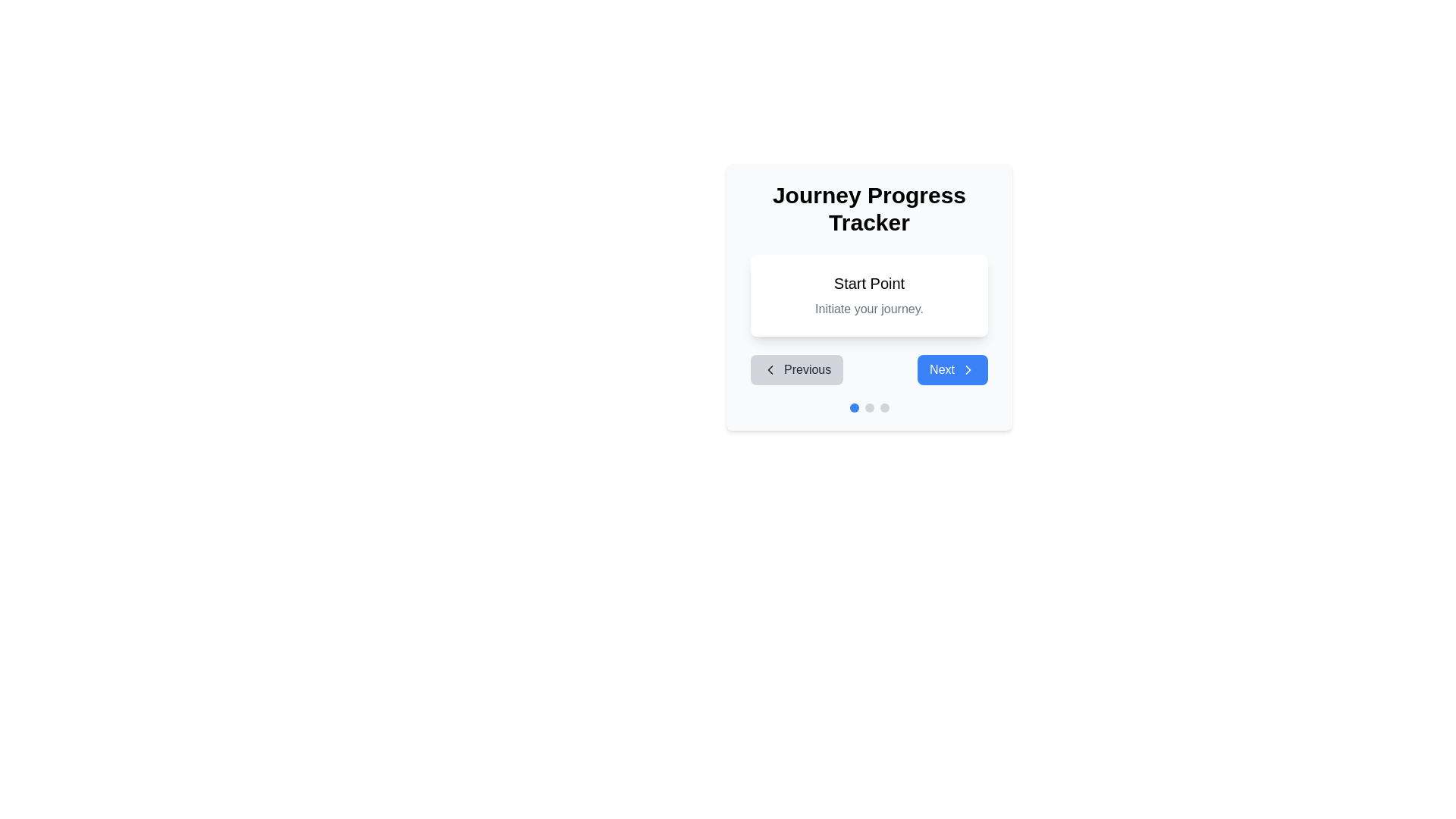 This screenshot has width=1456, height=819. I want to click on the leftward-pointing chevron icon located to the left of the 'Previous' button in the 'Journey Progress Tracker' card interface, so click(770, 370).